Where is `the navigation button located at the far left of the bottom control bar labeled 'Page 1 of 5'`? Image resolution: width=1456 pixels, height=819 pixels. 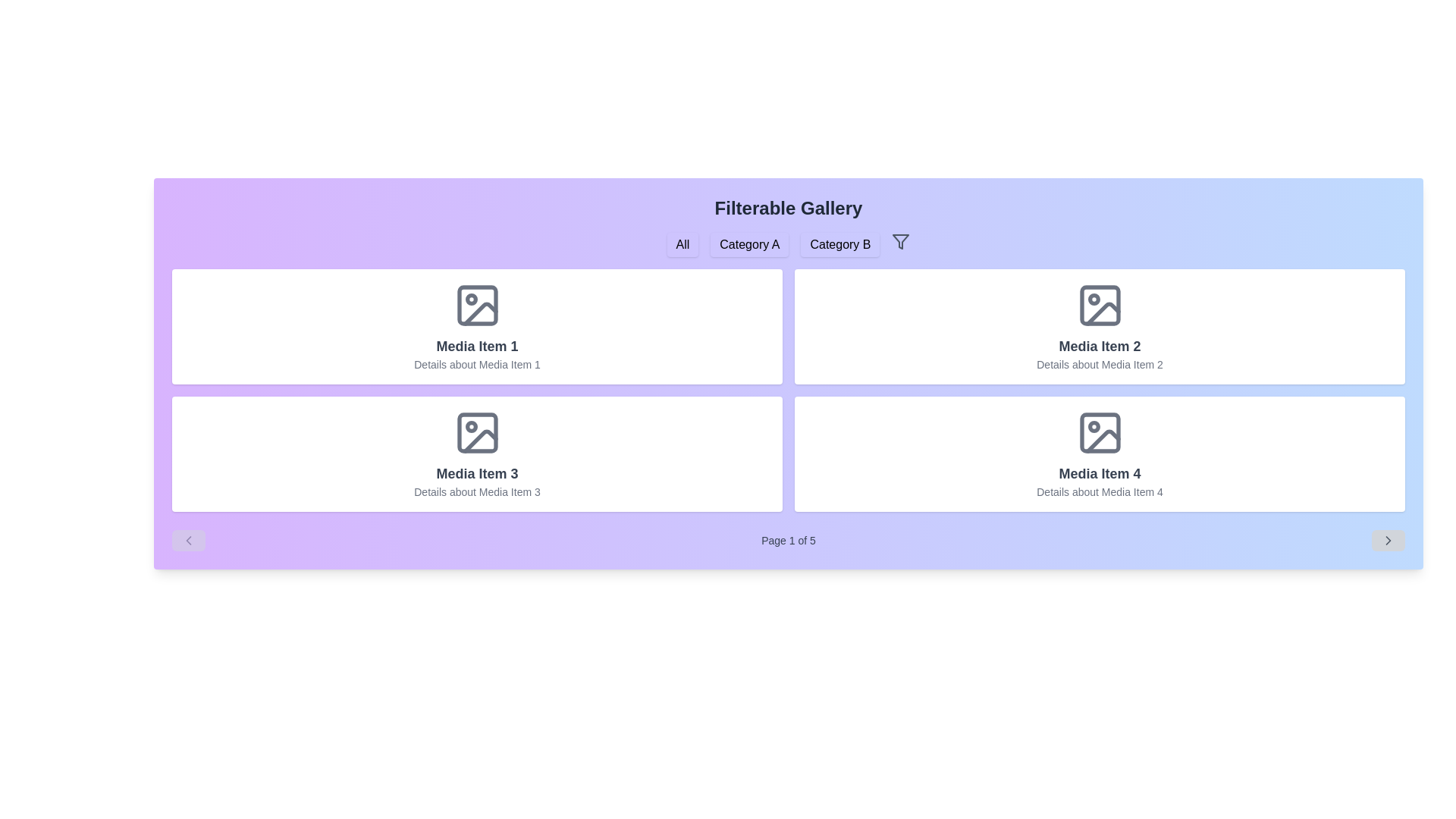
the navigation button located at the far left of the bottom control bar labeled 'Page 1 of 5' is located at coordinates (188, 540).